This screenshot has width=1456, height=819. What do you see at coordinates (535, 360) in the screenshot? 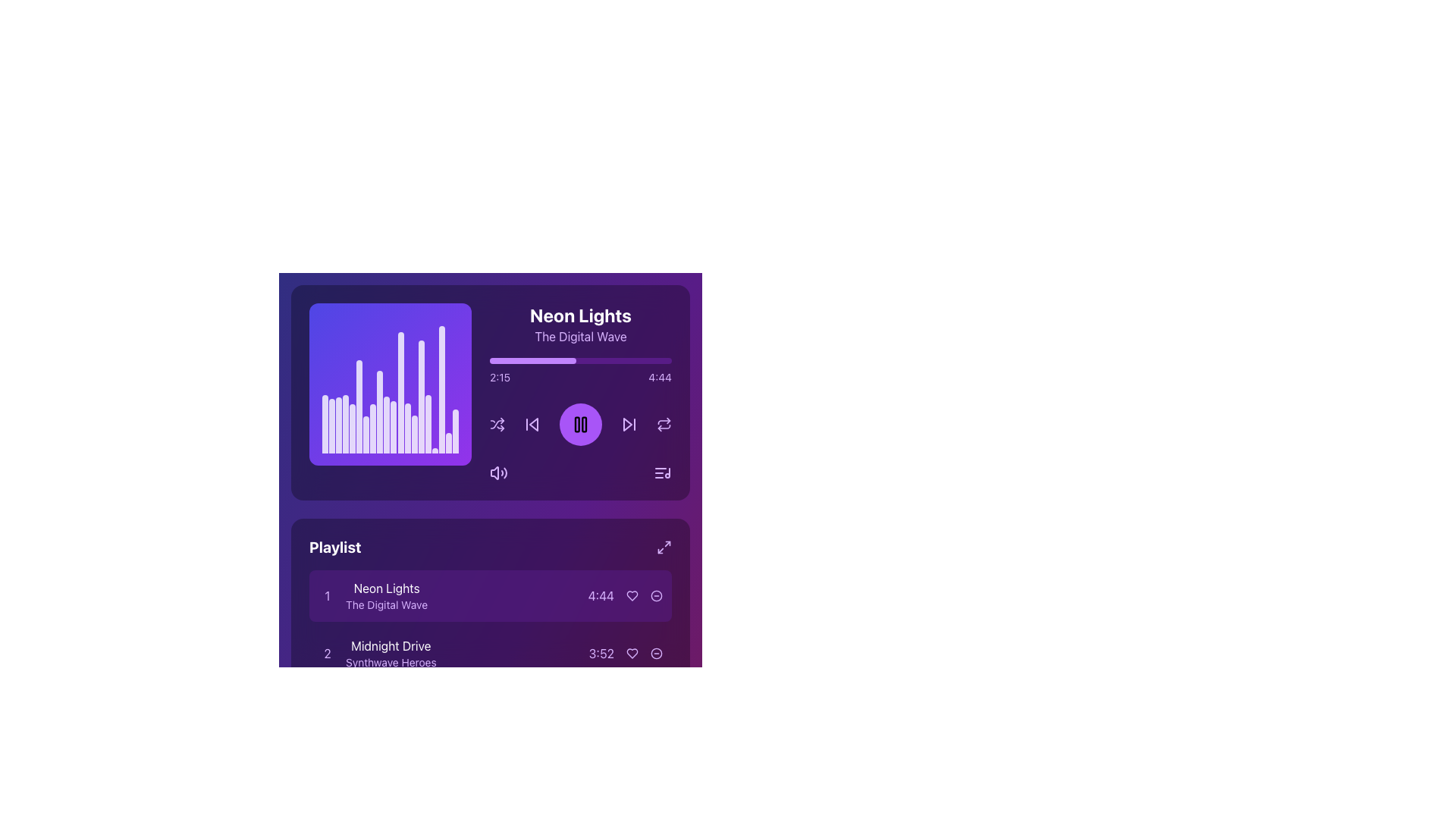
I see `the progress` at bounding box center [535, 360].